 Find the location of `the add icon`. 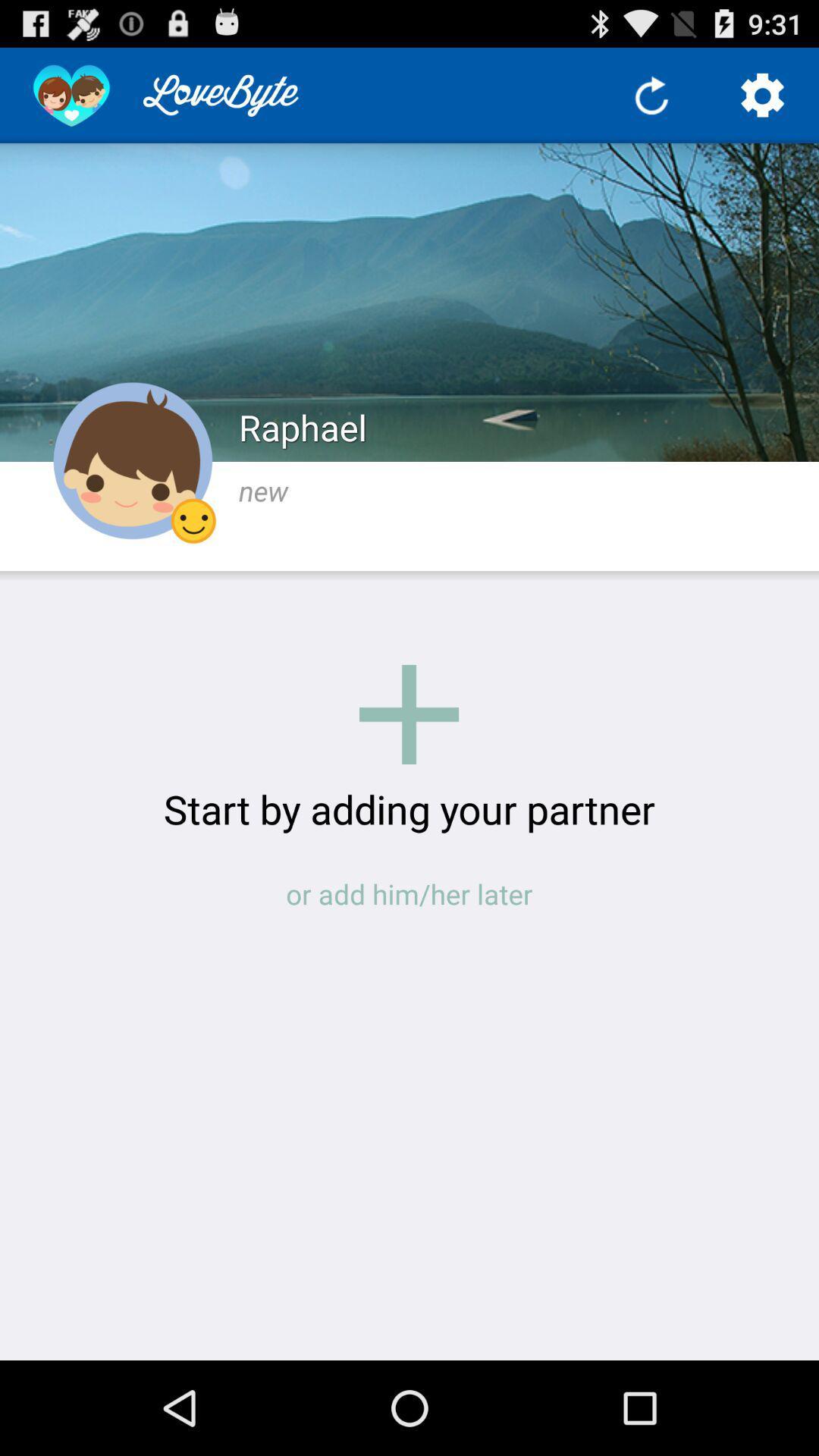

the add icon is located at coordinates (408, 764).